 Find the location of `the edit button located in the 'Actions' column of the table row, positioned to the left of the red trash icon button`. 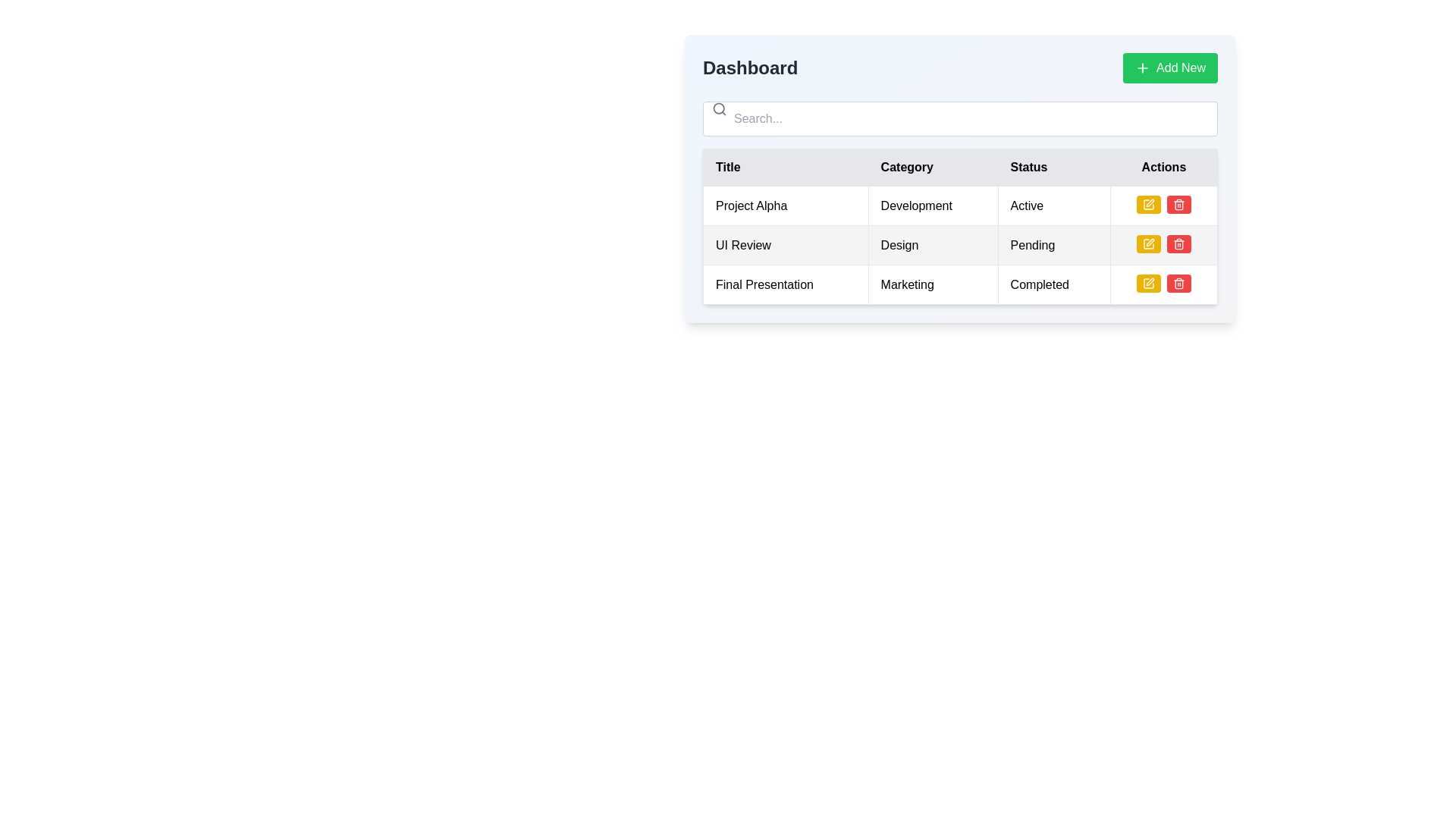

the edit button located in the 'Actions' column of the table row, positioned to the left of the red trash icon button is located at coordinates (1148, 284).